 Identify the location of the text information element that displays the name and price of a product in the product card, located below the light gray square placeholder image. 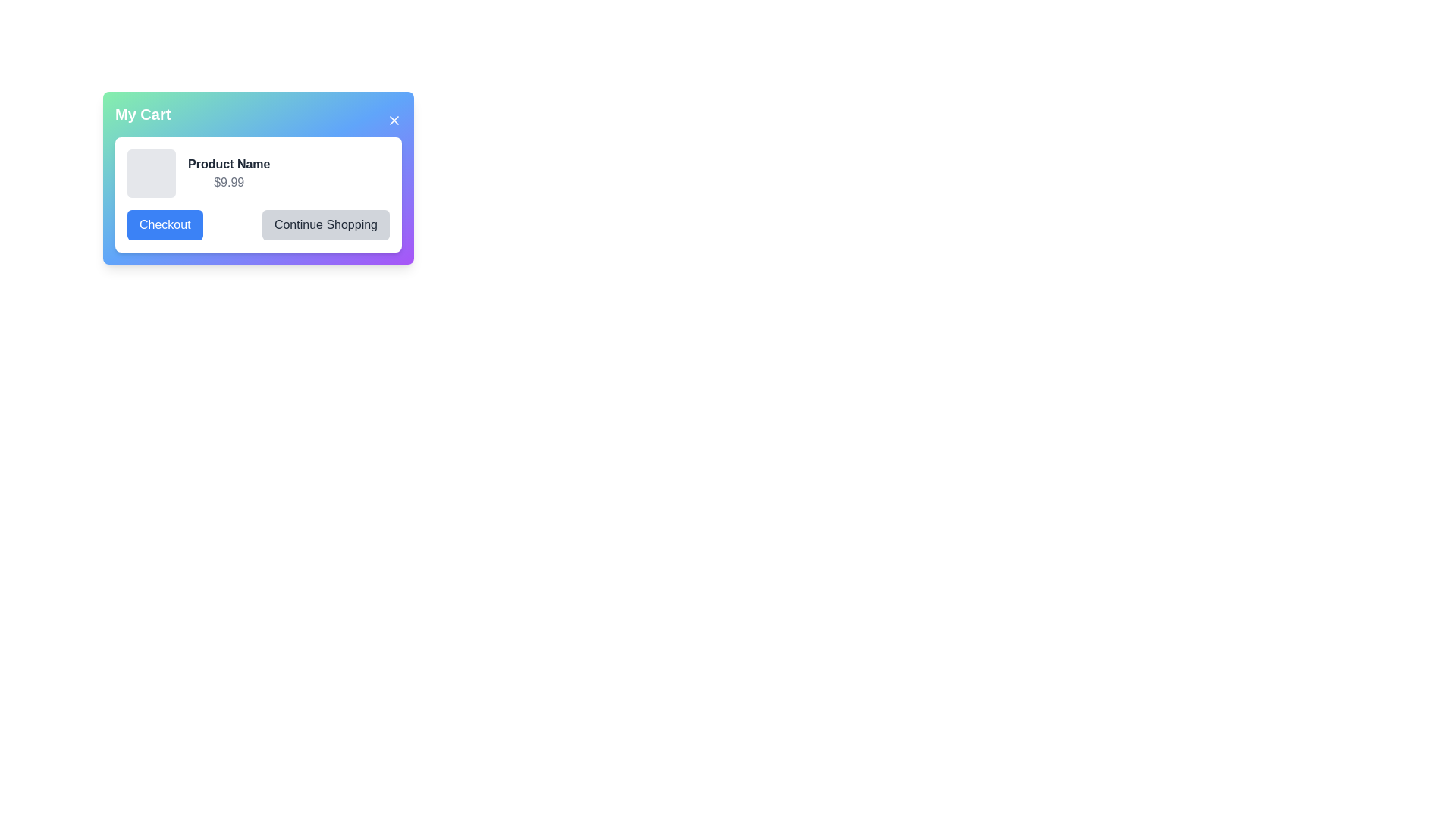
(228, 172).